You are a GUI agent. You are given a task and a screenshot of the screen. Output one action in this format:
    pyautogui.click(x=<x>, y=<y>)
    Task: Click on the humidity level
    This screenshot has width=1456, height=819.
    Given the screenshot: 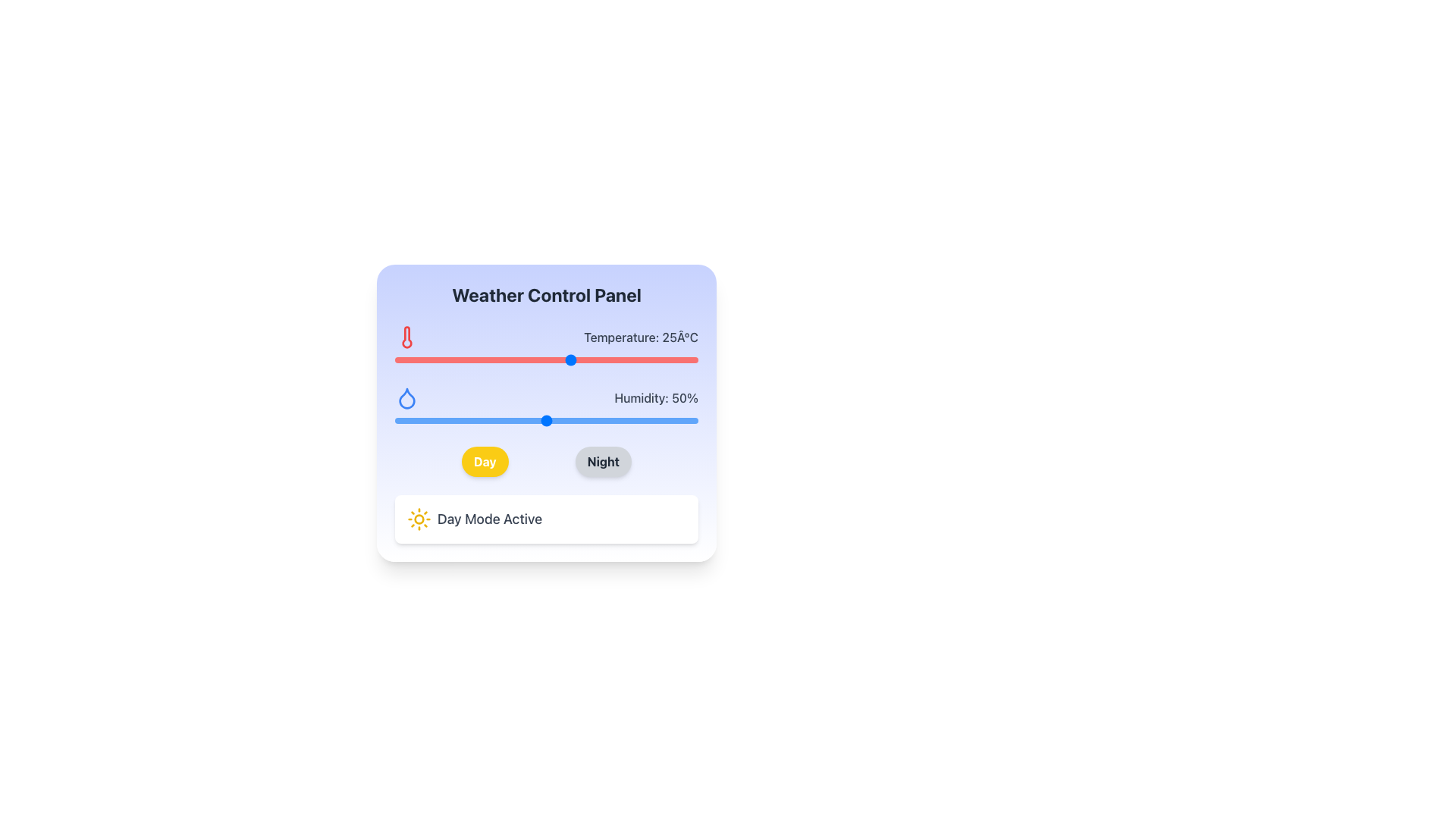 What is the action you would take?
    pyautogui.click(x=673, y=421)
    